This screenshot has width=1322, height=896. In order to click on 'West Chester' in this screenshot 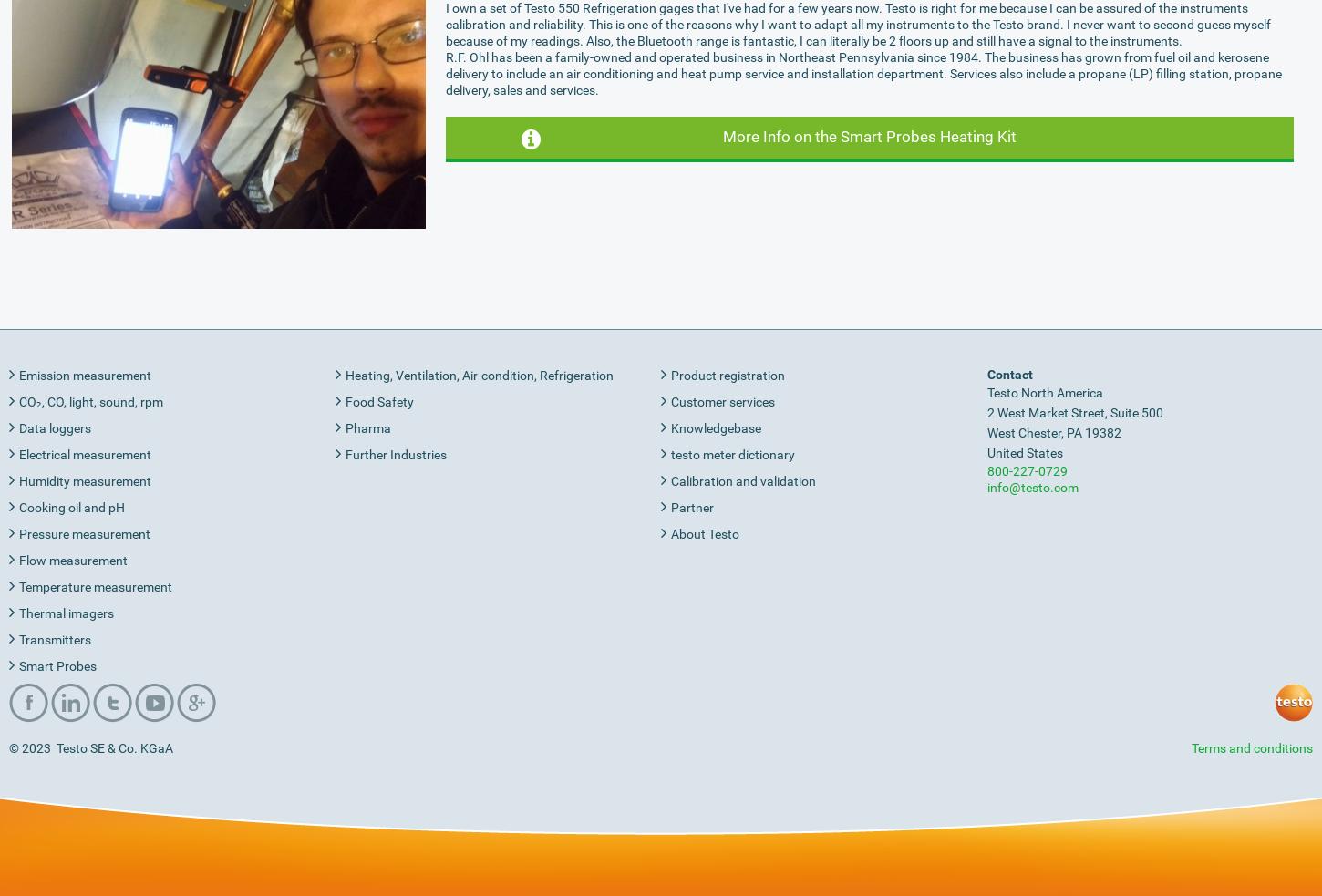, I will do `click(1022, 431)`.